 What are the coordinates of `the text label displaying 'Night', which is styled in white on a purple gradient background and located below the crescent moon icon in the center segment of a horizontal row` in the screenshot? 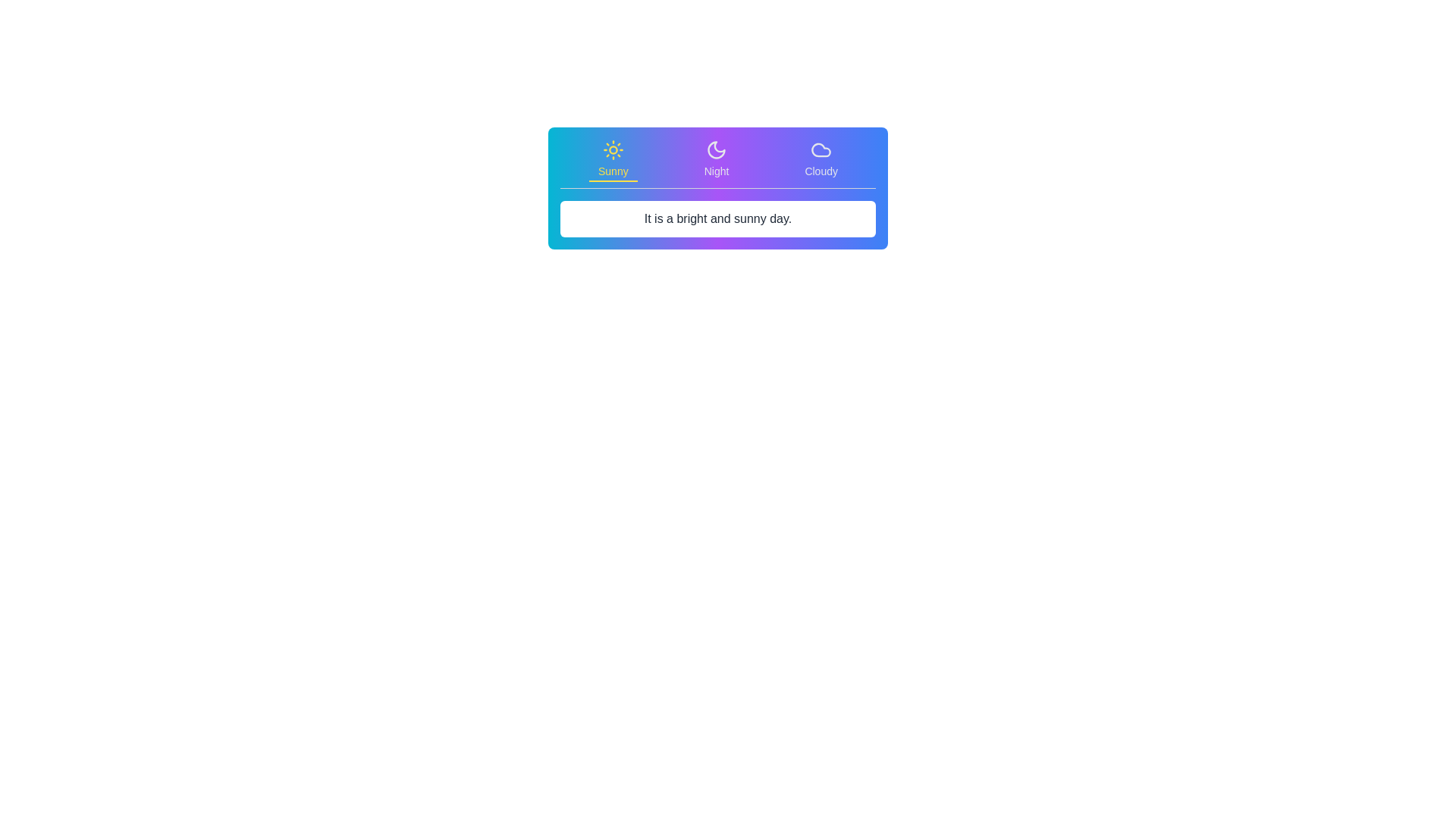 It's located at (716, 171).